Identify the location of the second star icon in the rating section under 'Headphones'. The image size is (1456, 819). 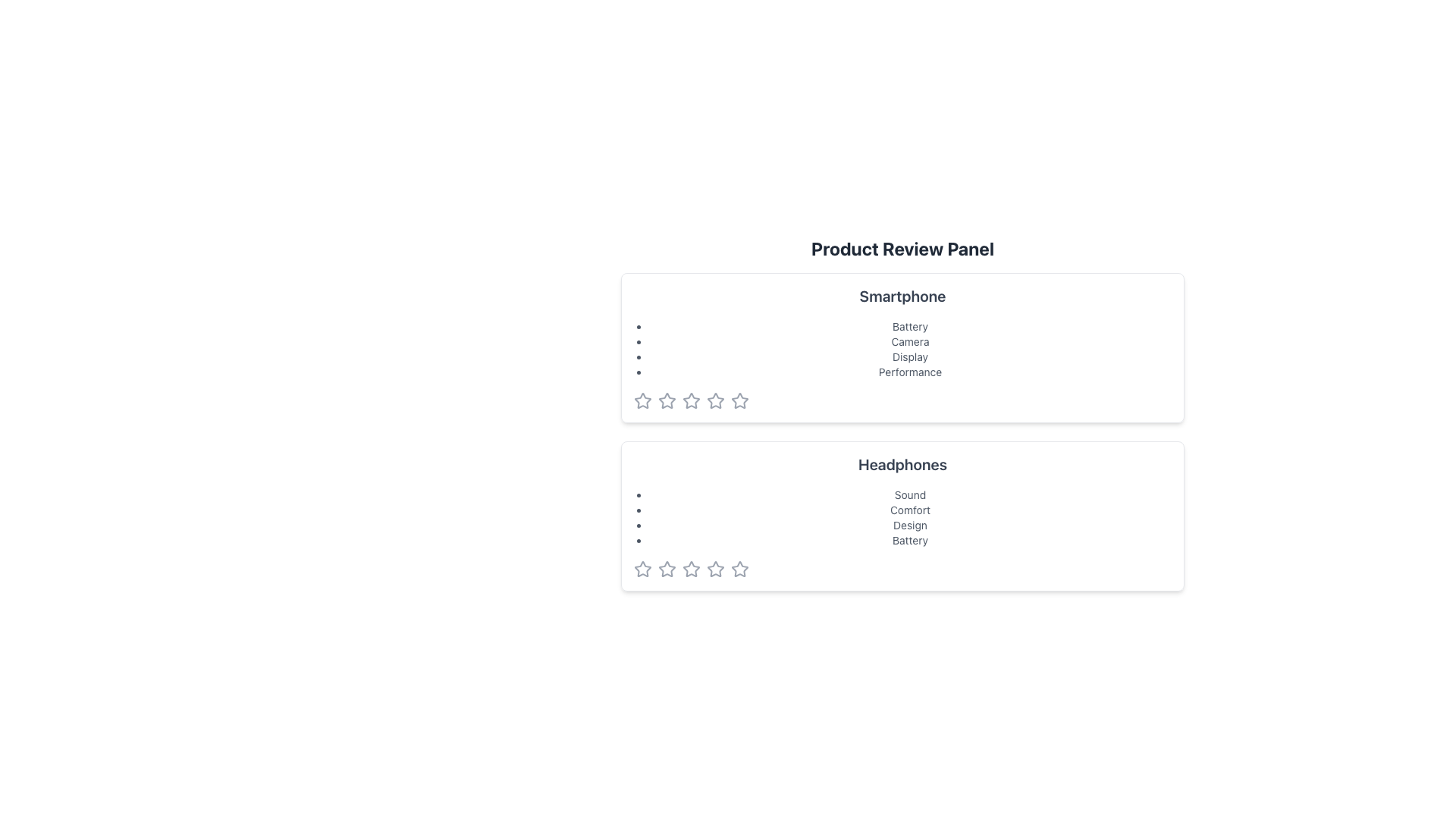
(667, 570).